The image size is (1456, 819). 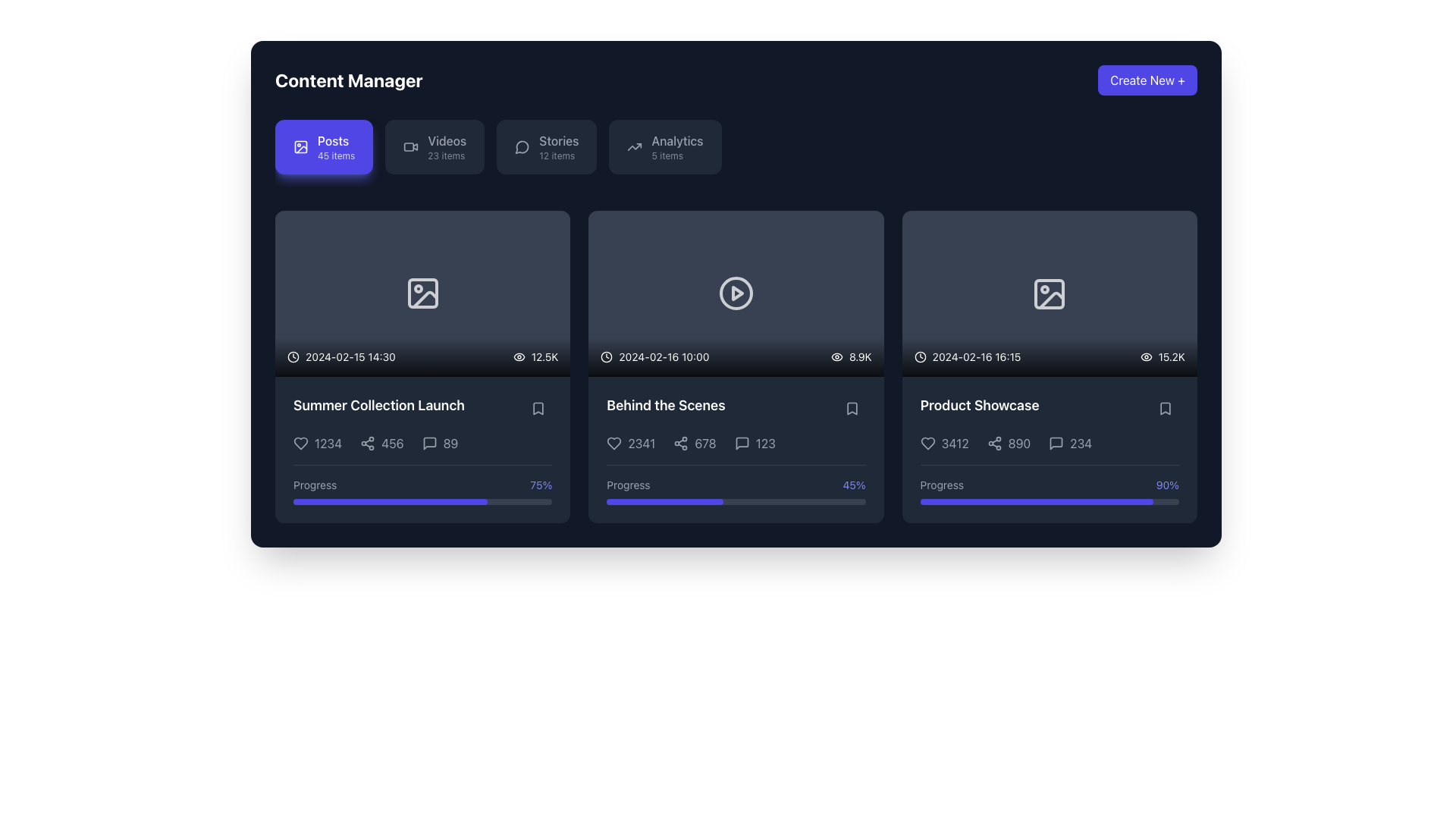 I want to click on the small speech bubble icon representing comments, which is positioned next to the numerical value '123' in the 'Behind the Scenes' card, so click(x=736, y=449).